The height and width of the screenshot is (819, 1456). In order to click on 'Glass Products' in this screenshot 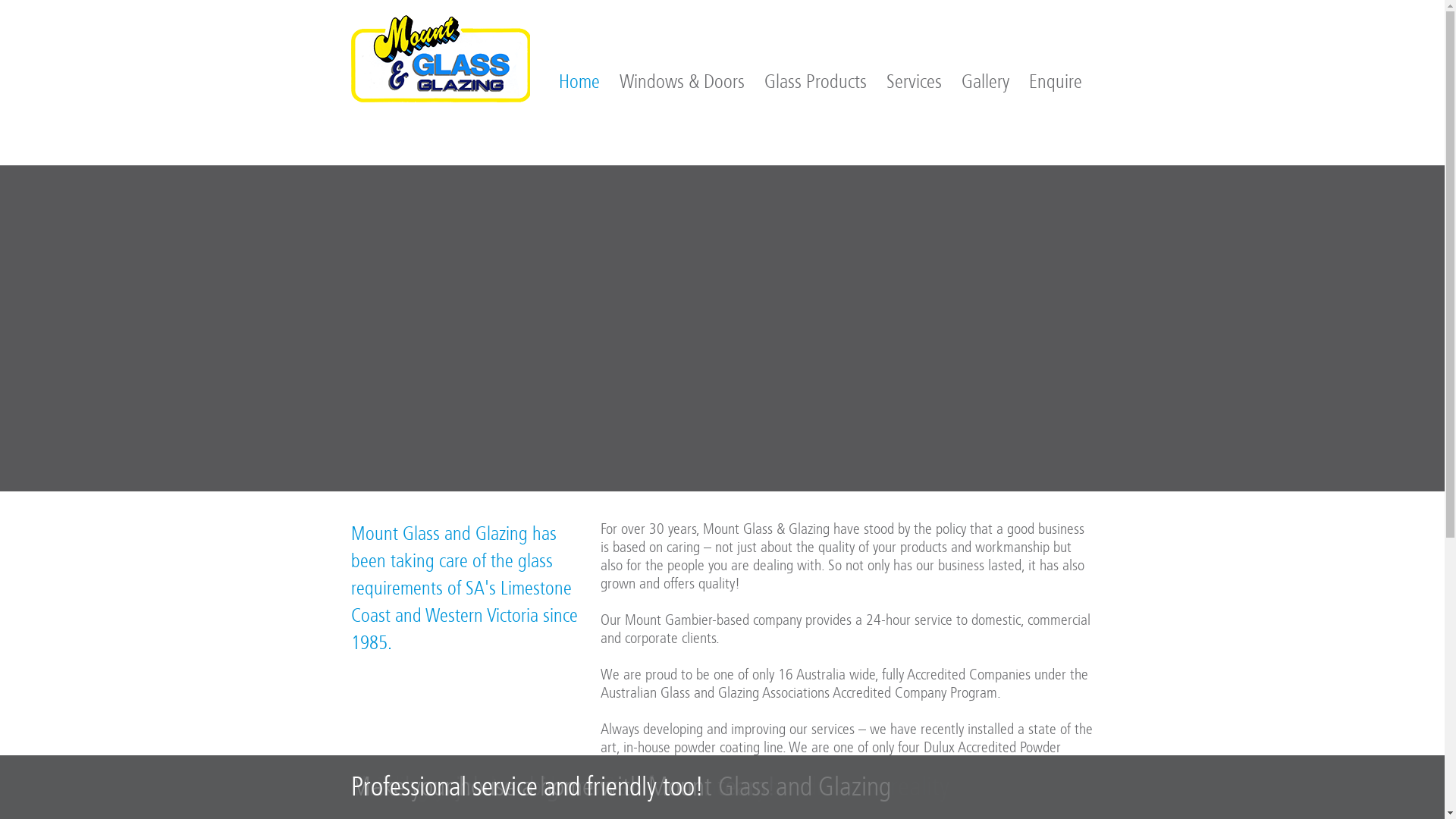, I will do `click(814, 82)`.